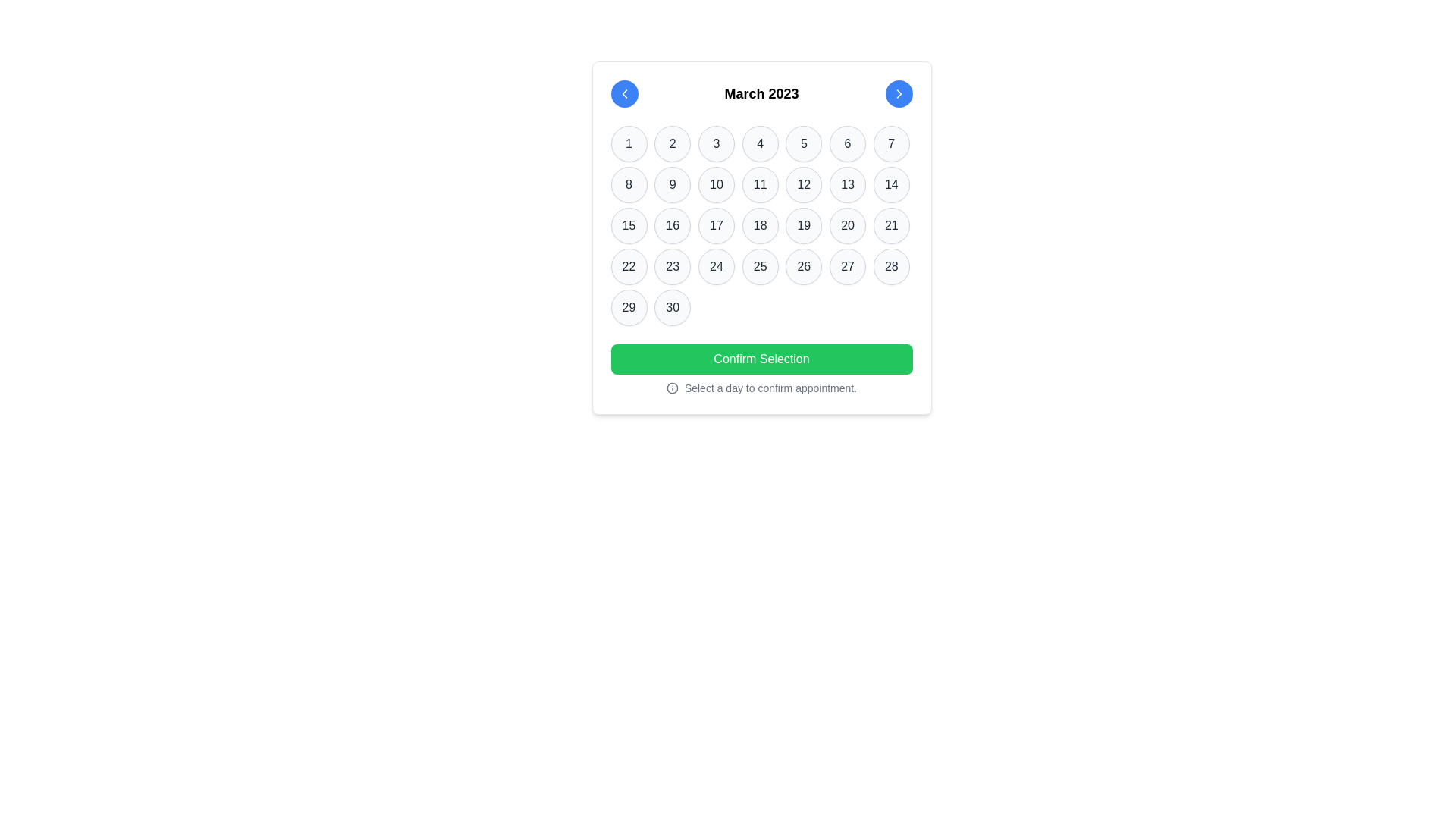 The image size is (1456, 819). What do you see at coordinates (629, 184) in the screenshot?
I see `the circular button with the number '8' that has a light gray background and darker border` at bounding box center [629, 184].